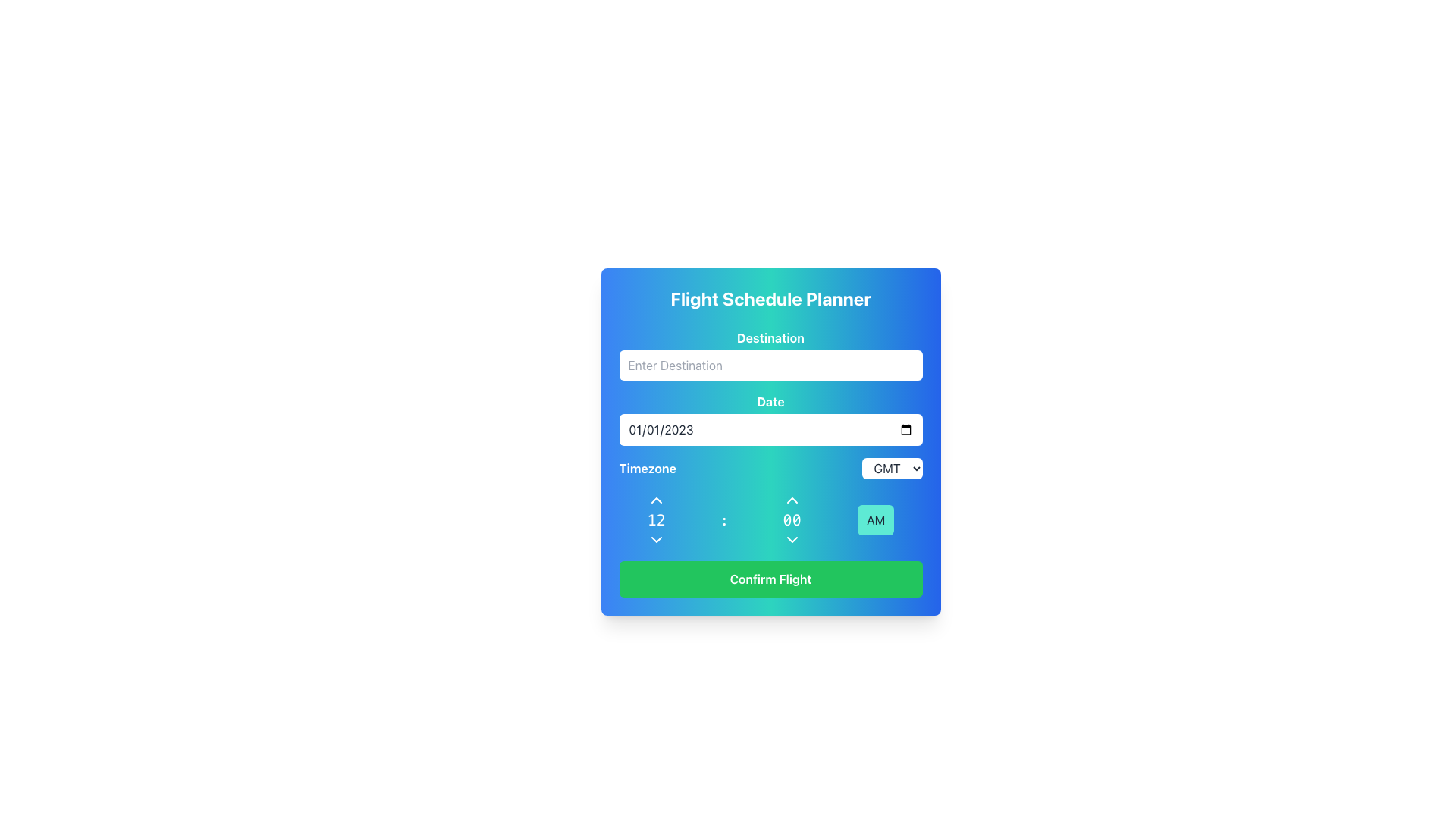 Image resolution: width=1456 pixels, height=819 pixels. I want to click on the static text display that represents the currently selected hour in the time picker interface, located between the down arrow and up arrow icons, so click(656, 519).